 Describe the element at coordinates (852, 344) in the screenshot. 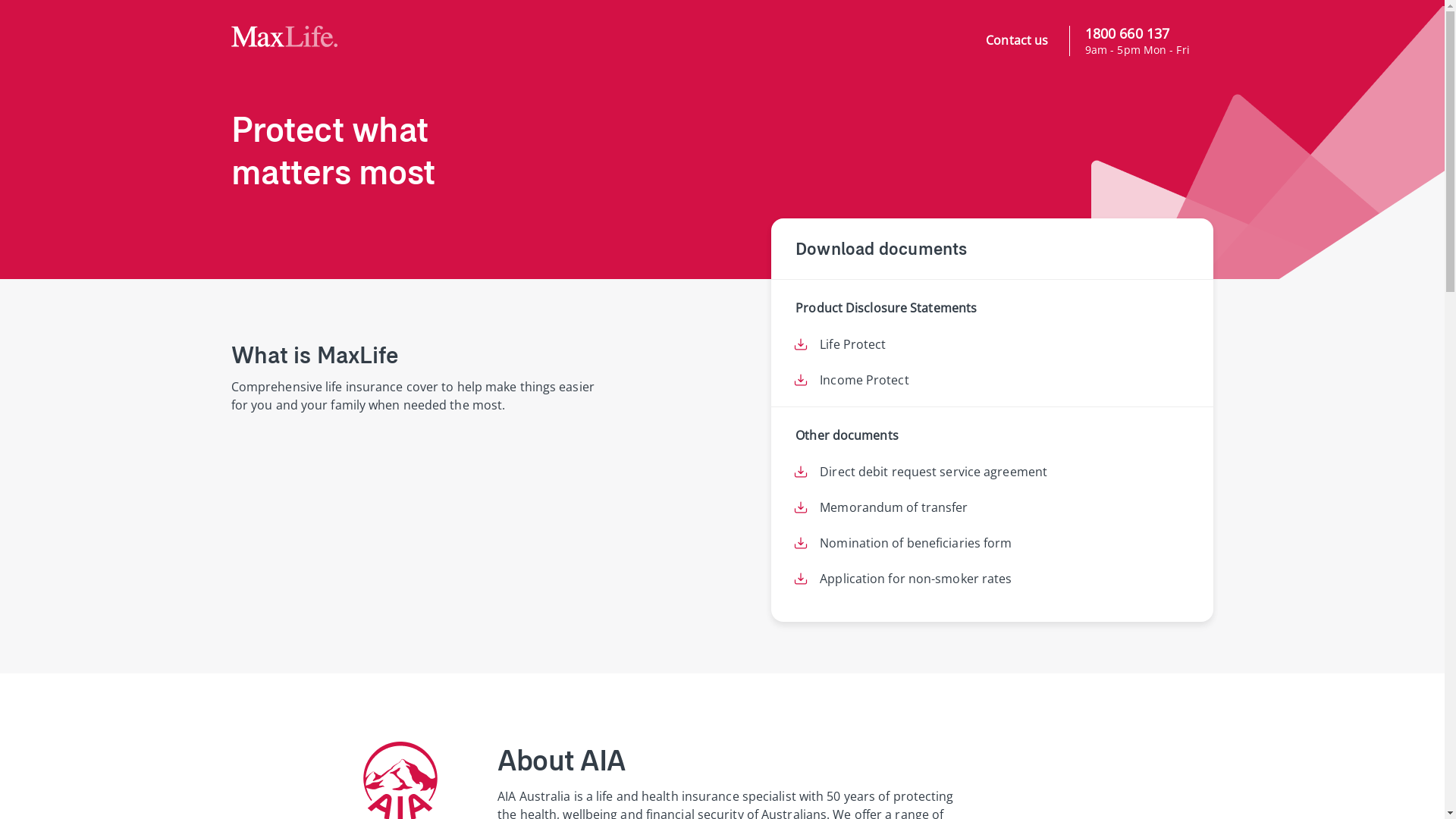

I see `'Life Protect'` at that location.